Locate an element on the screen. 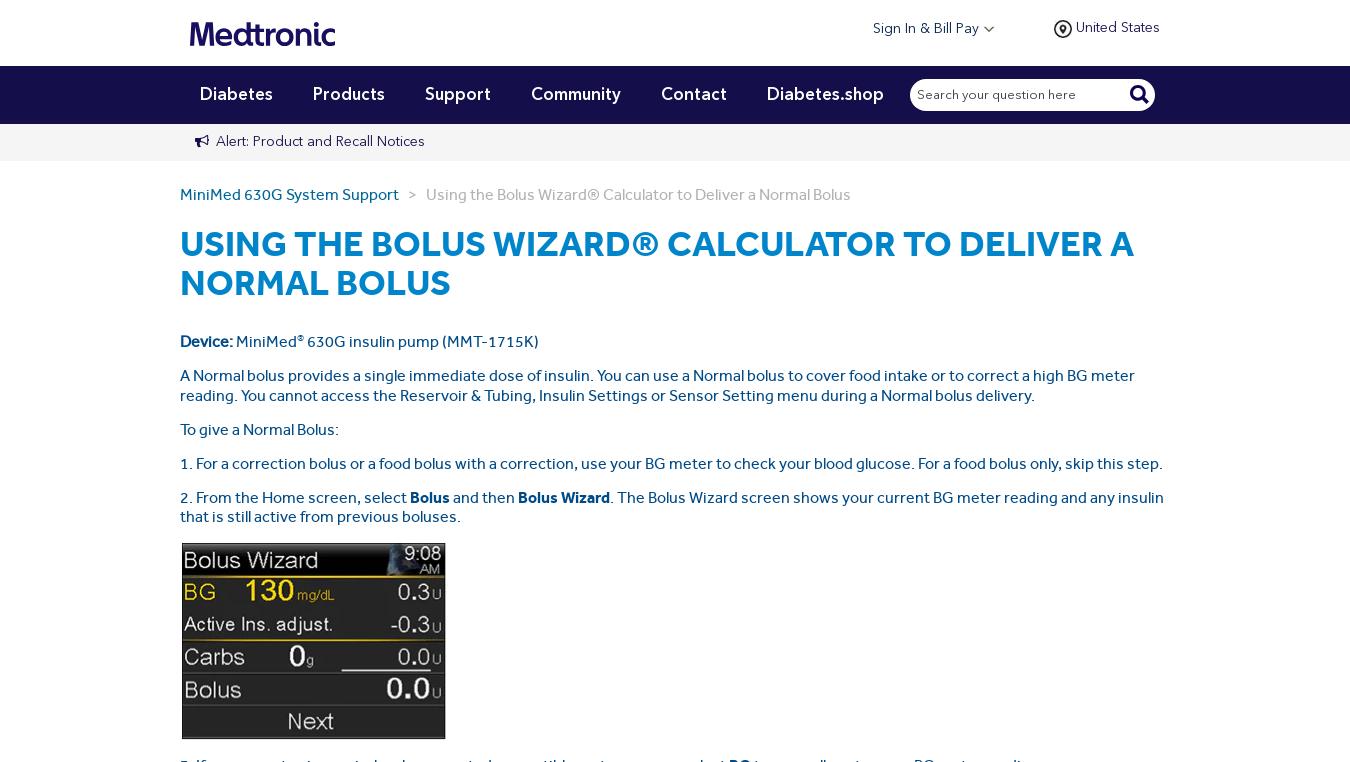 Image resolution: width=1350 pixels, height=762 pixels. 'Sign In & Bill Pay' is located at coordinates (873, 28).